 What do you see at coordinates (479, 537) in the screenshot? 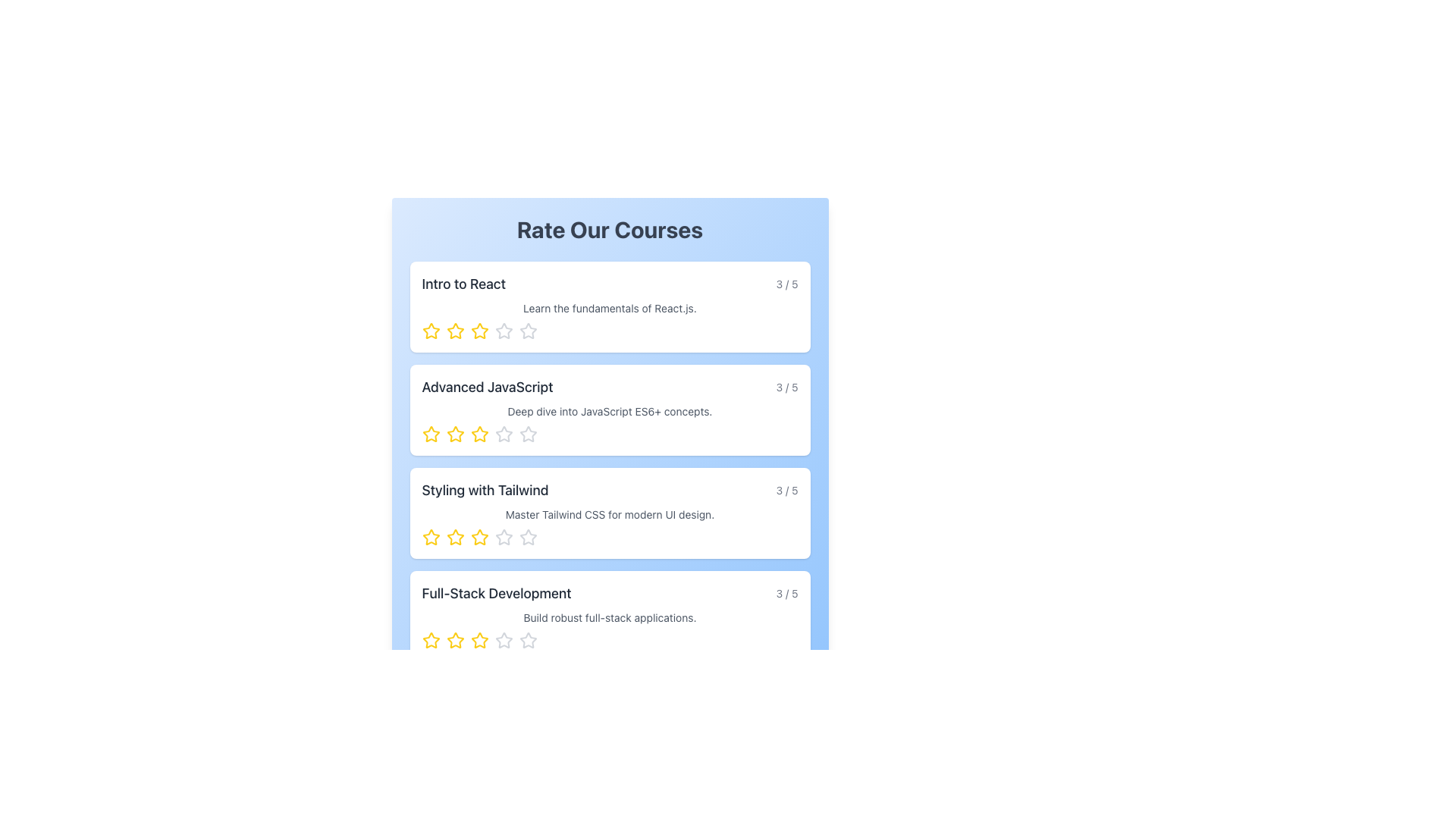
I see `the fifth yellow star icon in the course rating section for 'Styling with Tailwind'` at bounding box center [479, 537].